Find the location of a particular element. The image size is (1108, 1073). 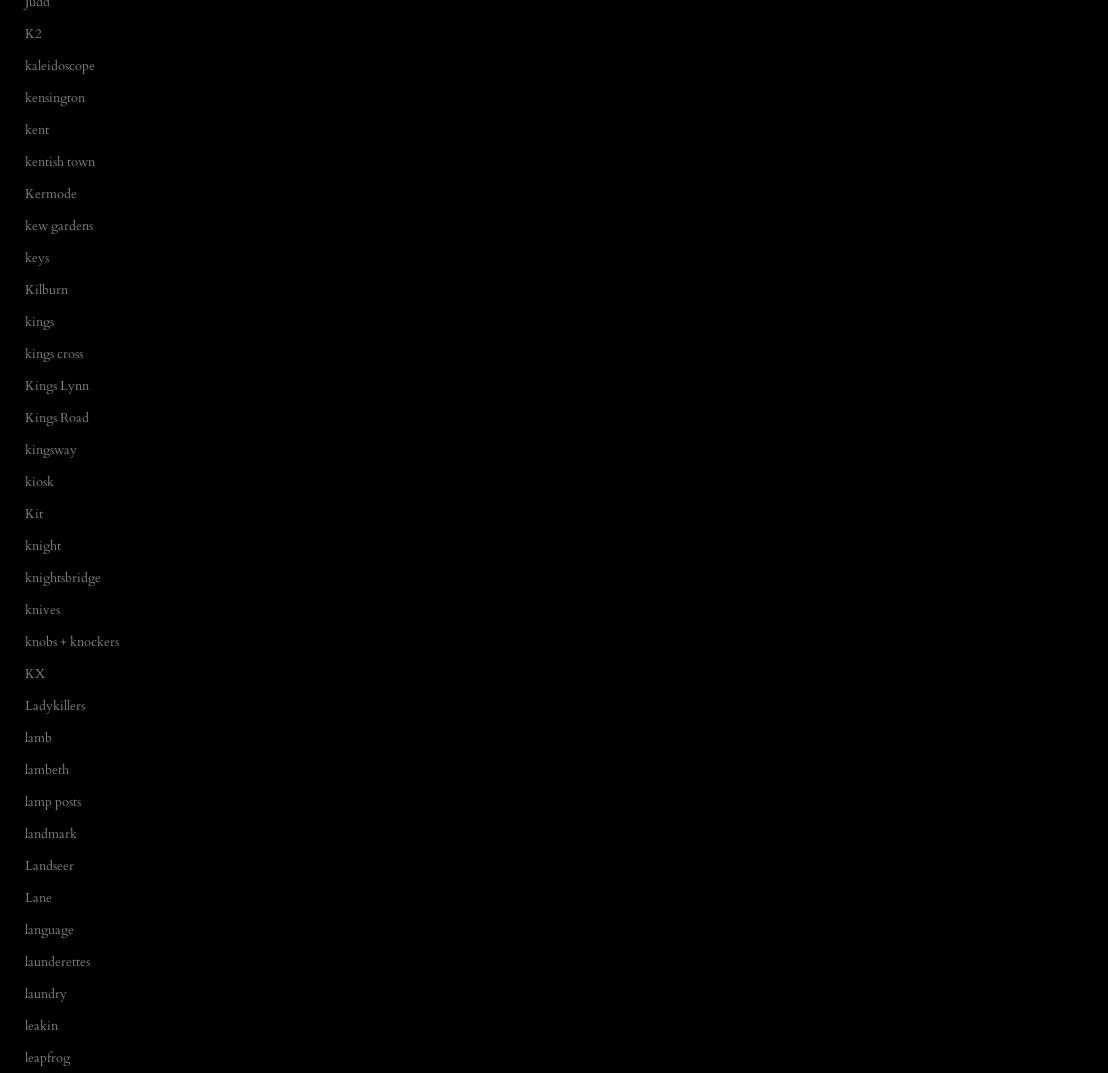

'launderettes' is located at coordinates (56, 959).